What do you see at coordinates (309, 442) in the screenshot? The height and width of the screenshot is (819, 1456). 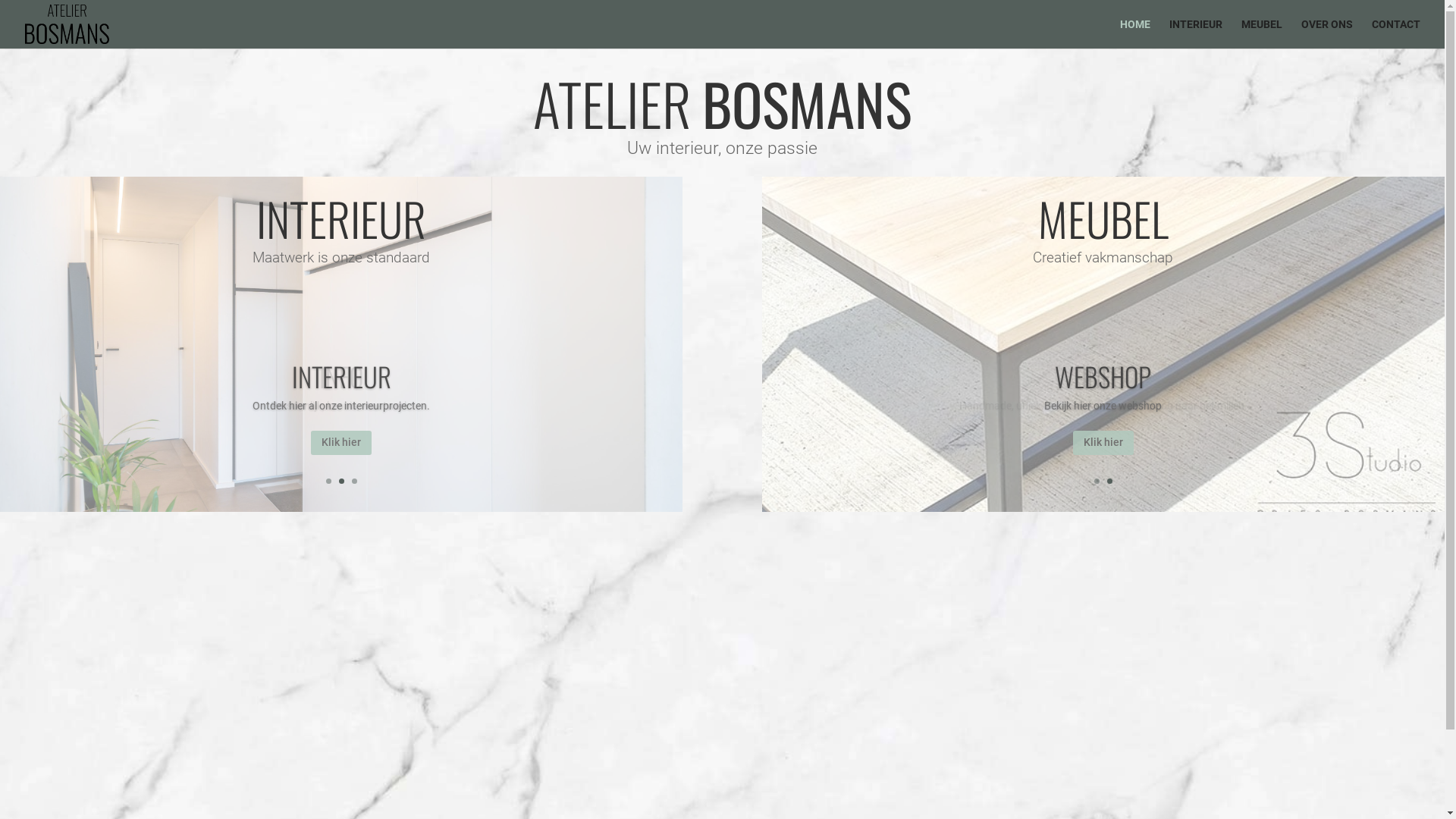 I see `'Klik hier'` at bounding box center [309, 442].